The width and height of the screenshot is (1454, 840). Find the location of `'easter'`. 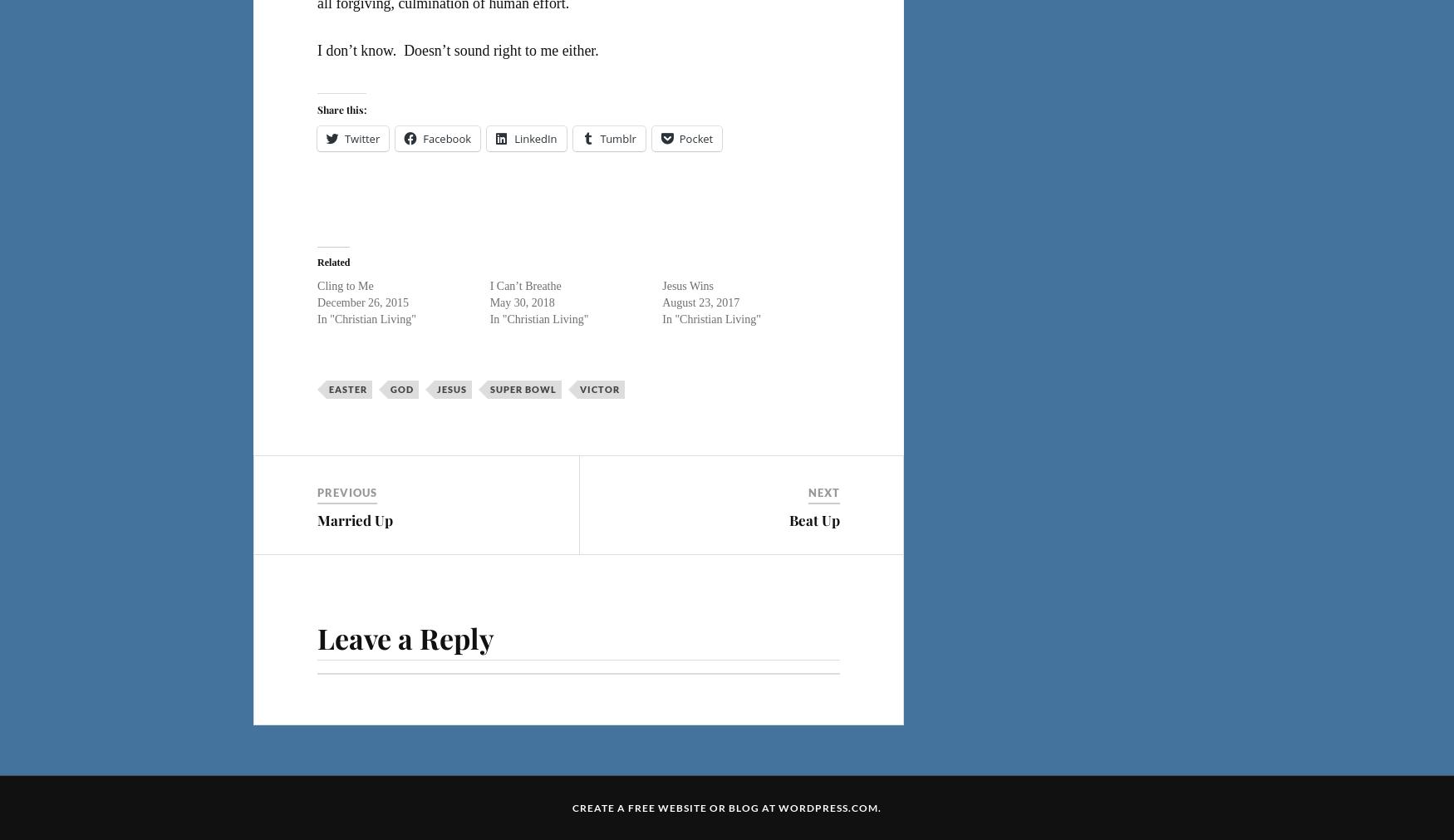

'easter' is located at coordinates (346, 387).